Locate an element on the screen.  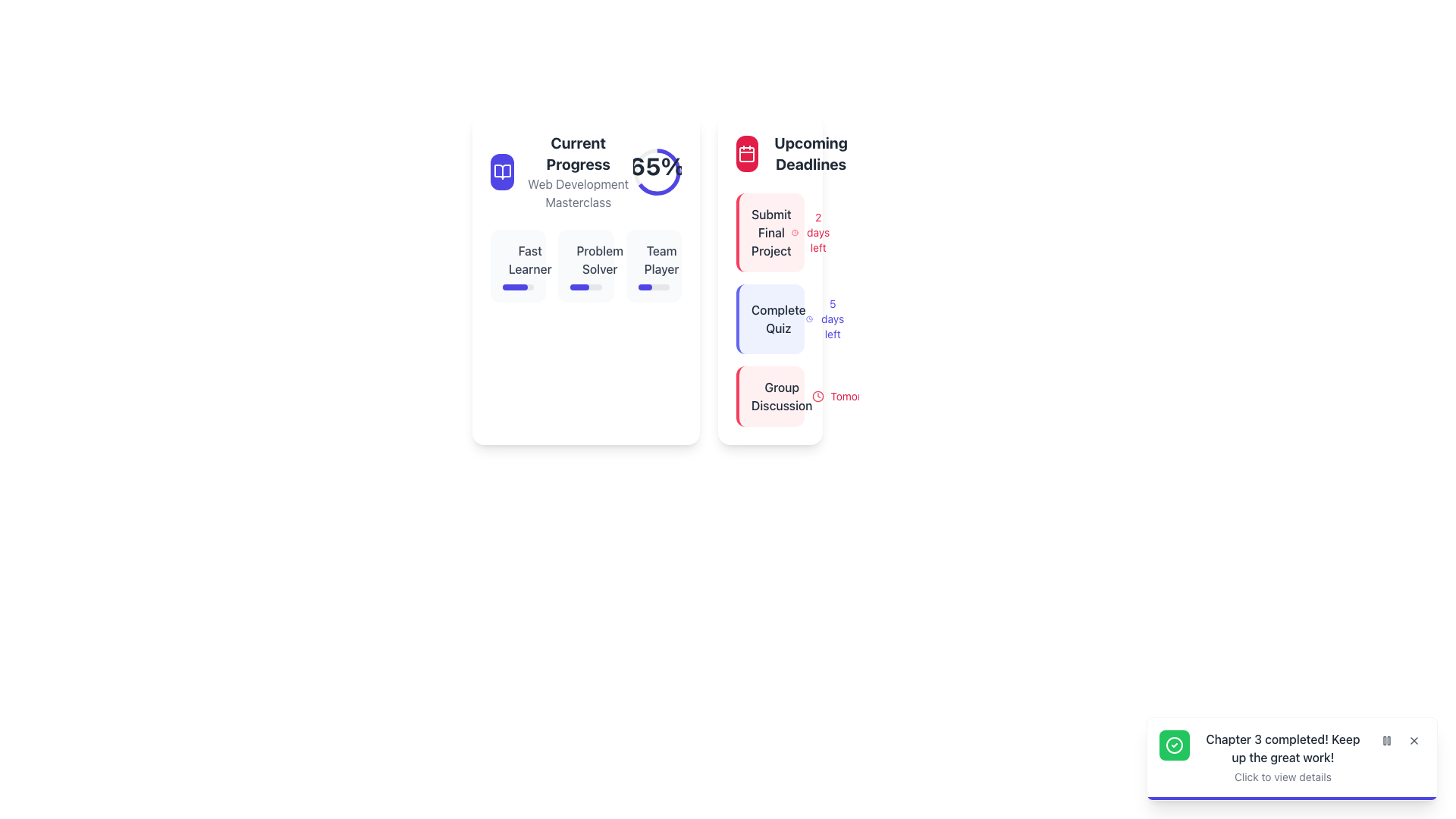
text content of the Text Label that indicates the current progress status of the user, located at the top-left section of the layout above 'Web Development Masterclass' and to the left of a circular progress visualization is located at coordinates (577, 154).